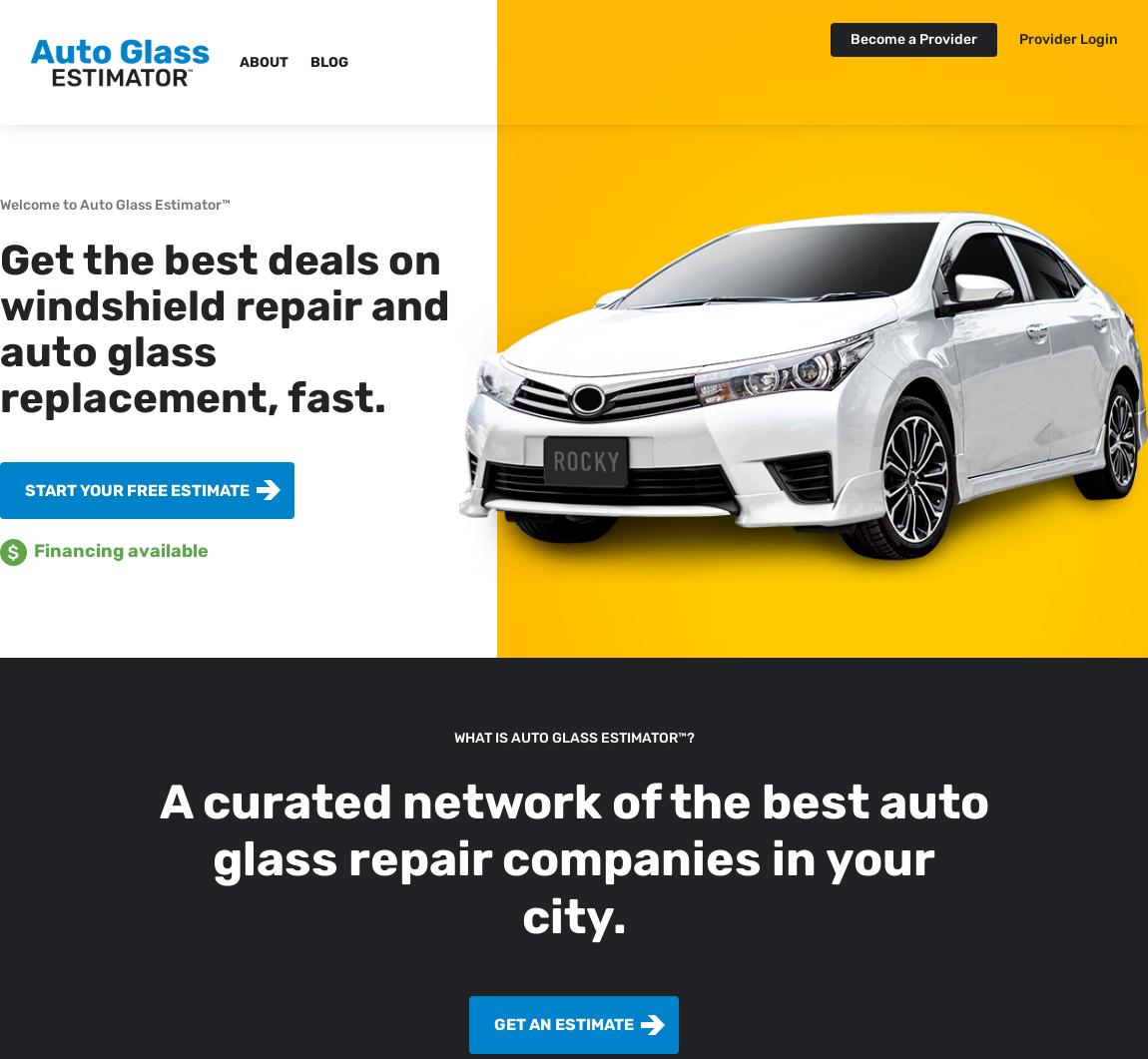 This screenshot has height=1059, width=1148. I want to click on 'About', so click(263, 62).